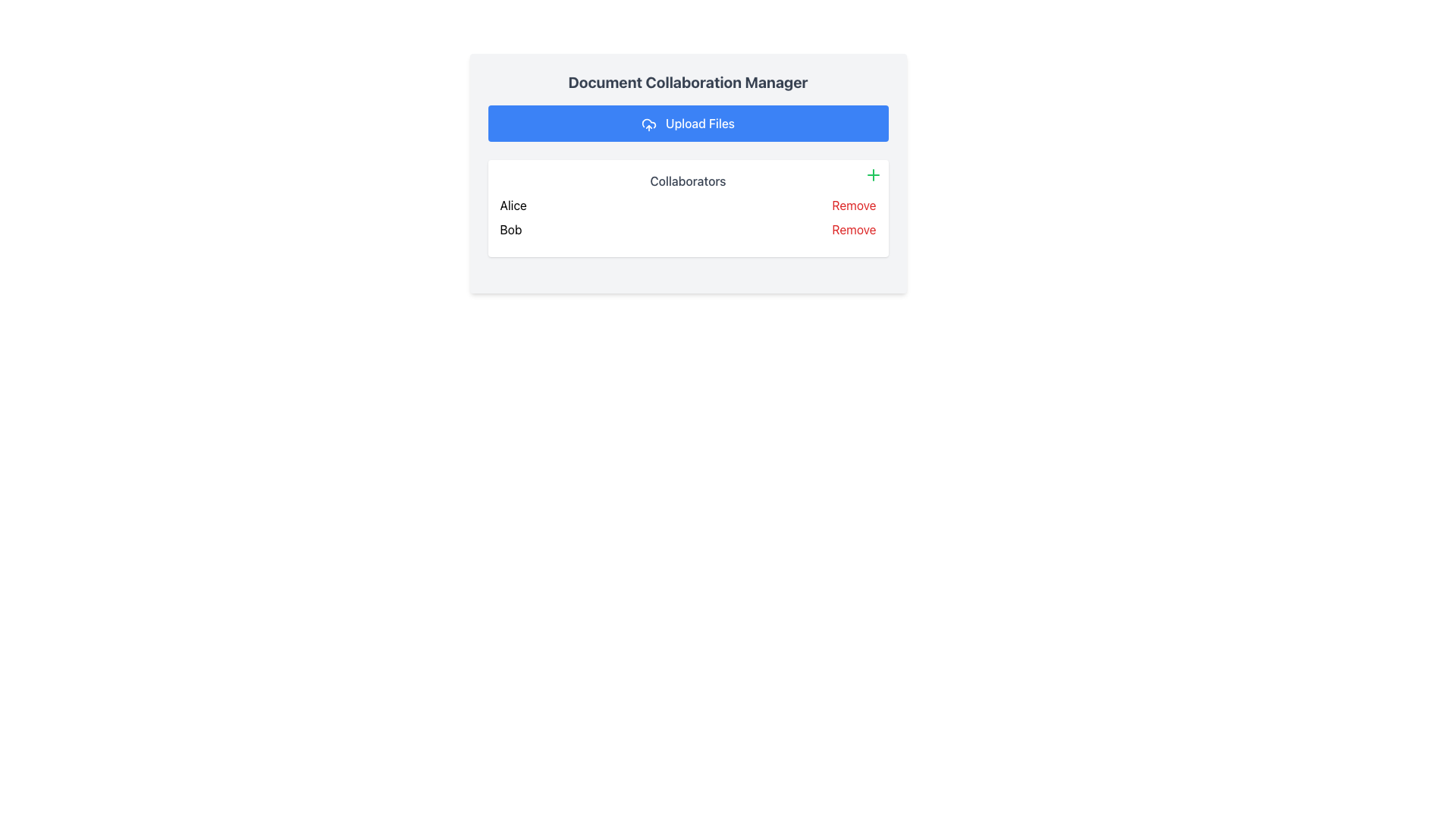 The height and width of the screenshot is (819, 1456). I want to click on the cloud-shaped upload icon within the 'Upload Files' button, which is styled with a blue background and white outline, located to the left of the button's text, so click(648, 124).